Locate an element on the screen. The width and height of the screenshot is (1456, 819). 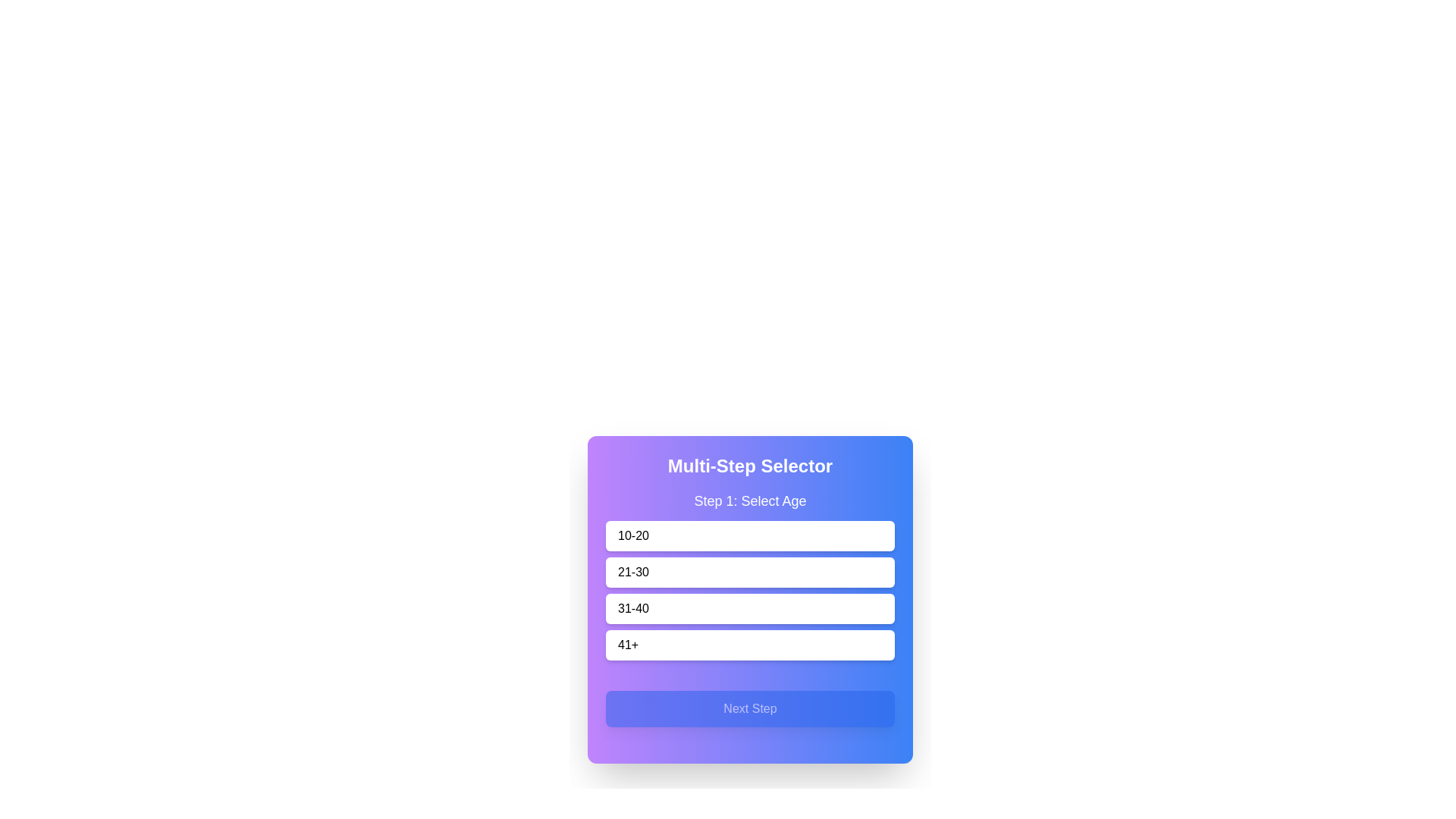
the '31-40' age range selection button, which is the third button in a vertical group under the heading 'Step 1: Select Age' is located at coordinates (750, 590).